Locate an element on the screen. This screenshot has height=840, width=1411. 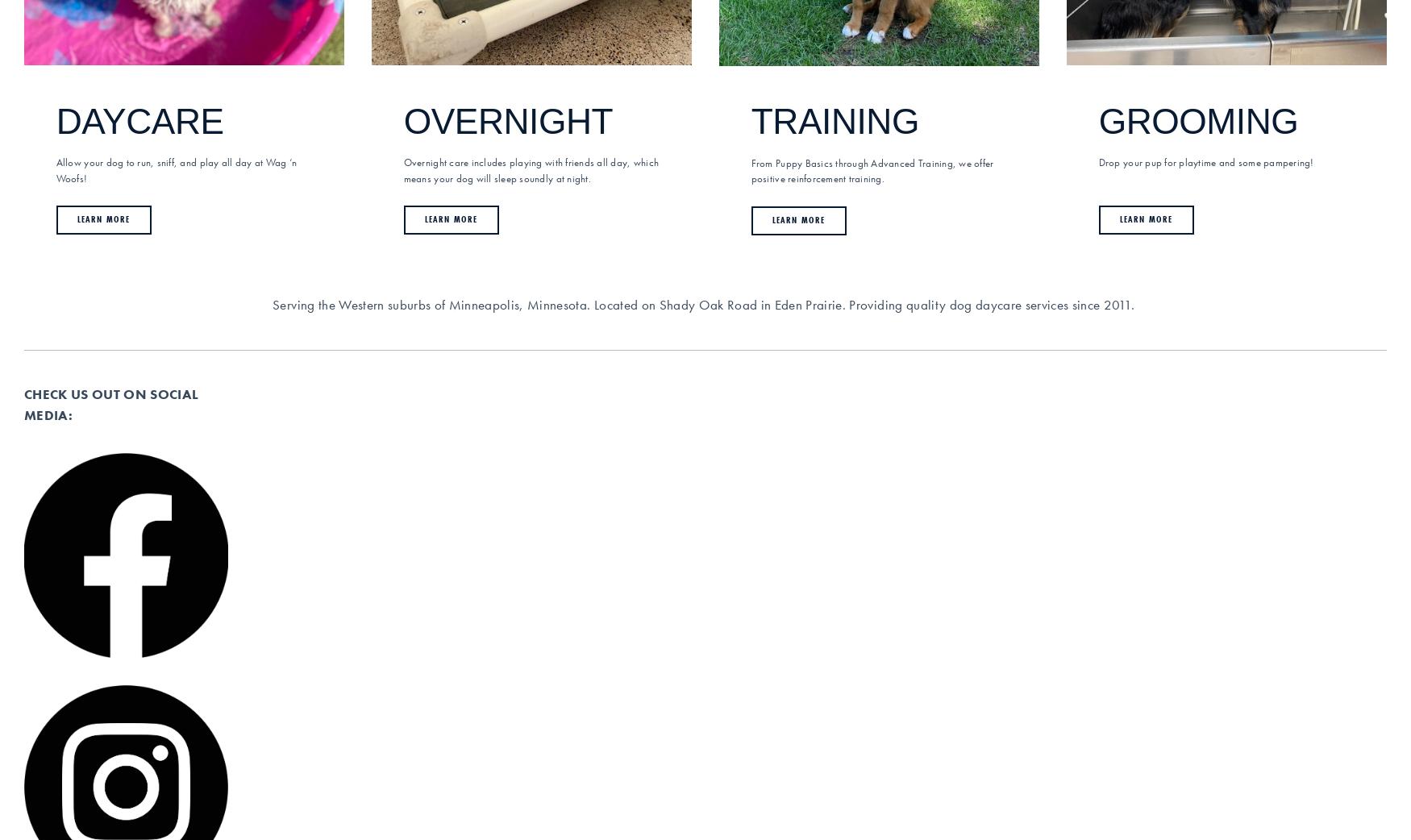
'Allow your dog to run, sniff, and play all day at Wag ‘n Woofs!' is located at coordinates (55, 169).